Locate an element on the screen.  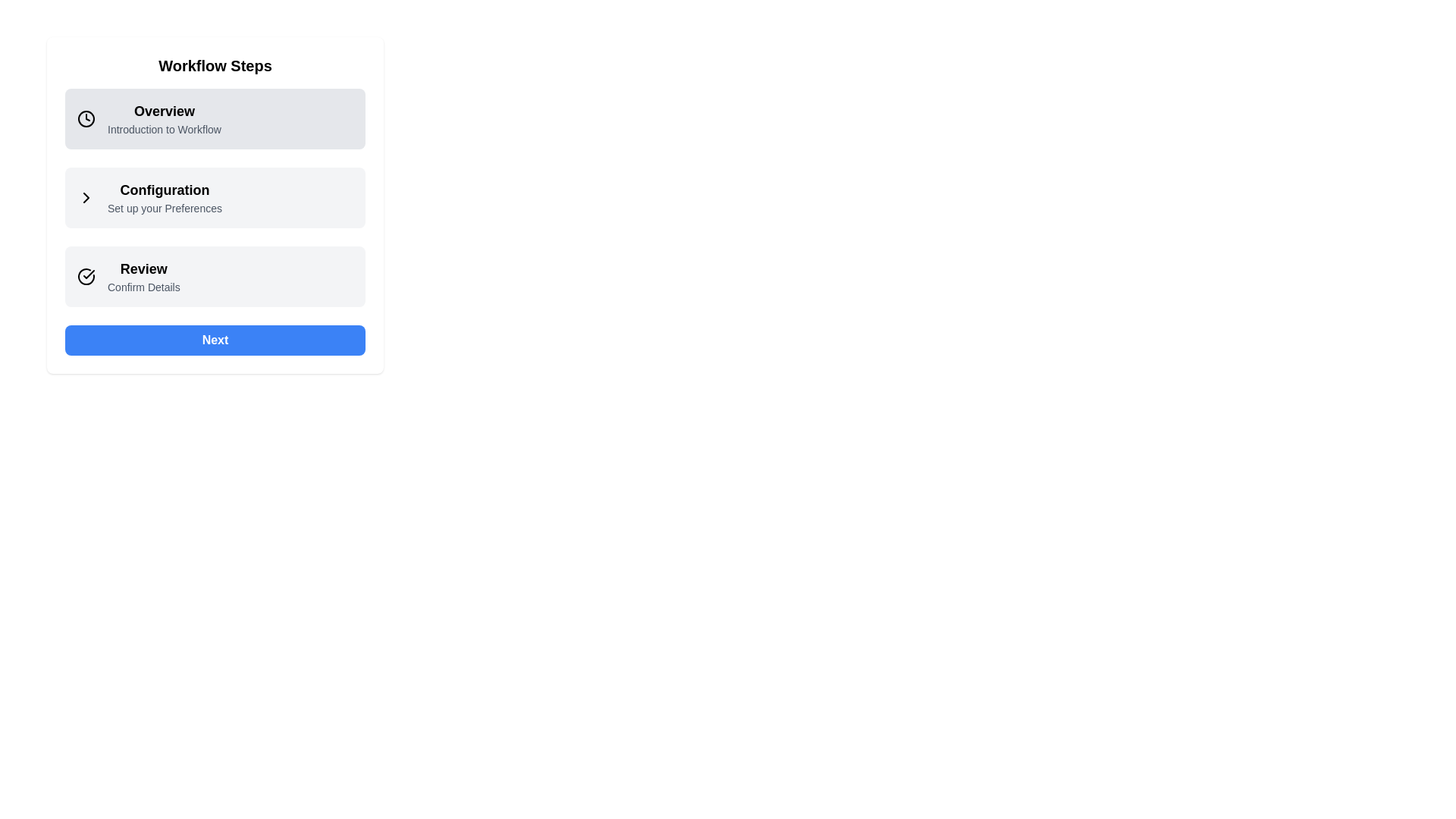
the SVG circle that visually represents the workflow step related to the overview in the Workflow Steps panel, located on the left side of the section is located at coordinates (86, 118).